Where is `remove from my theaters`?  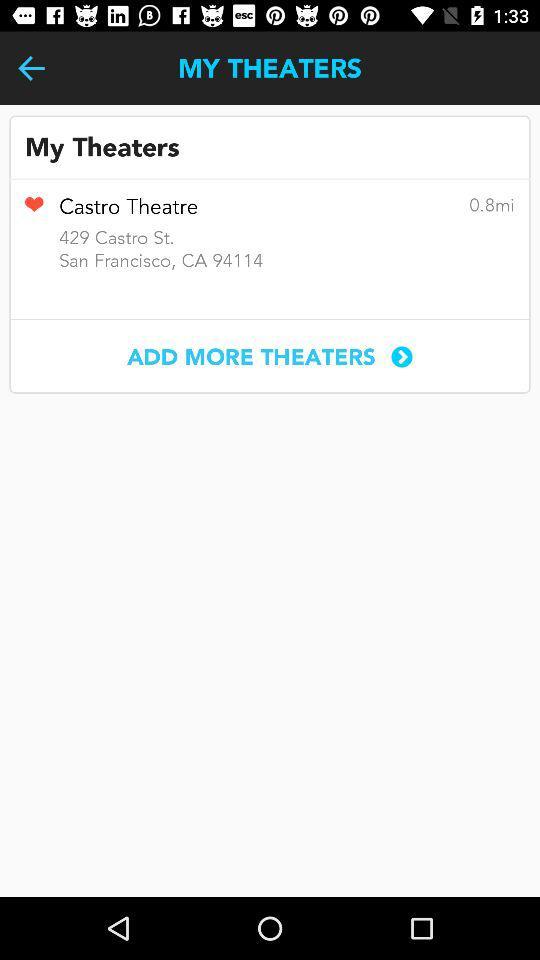
remove from my theaters is located at coordinates (33, 211).